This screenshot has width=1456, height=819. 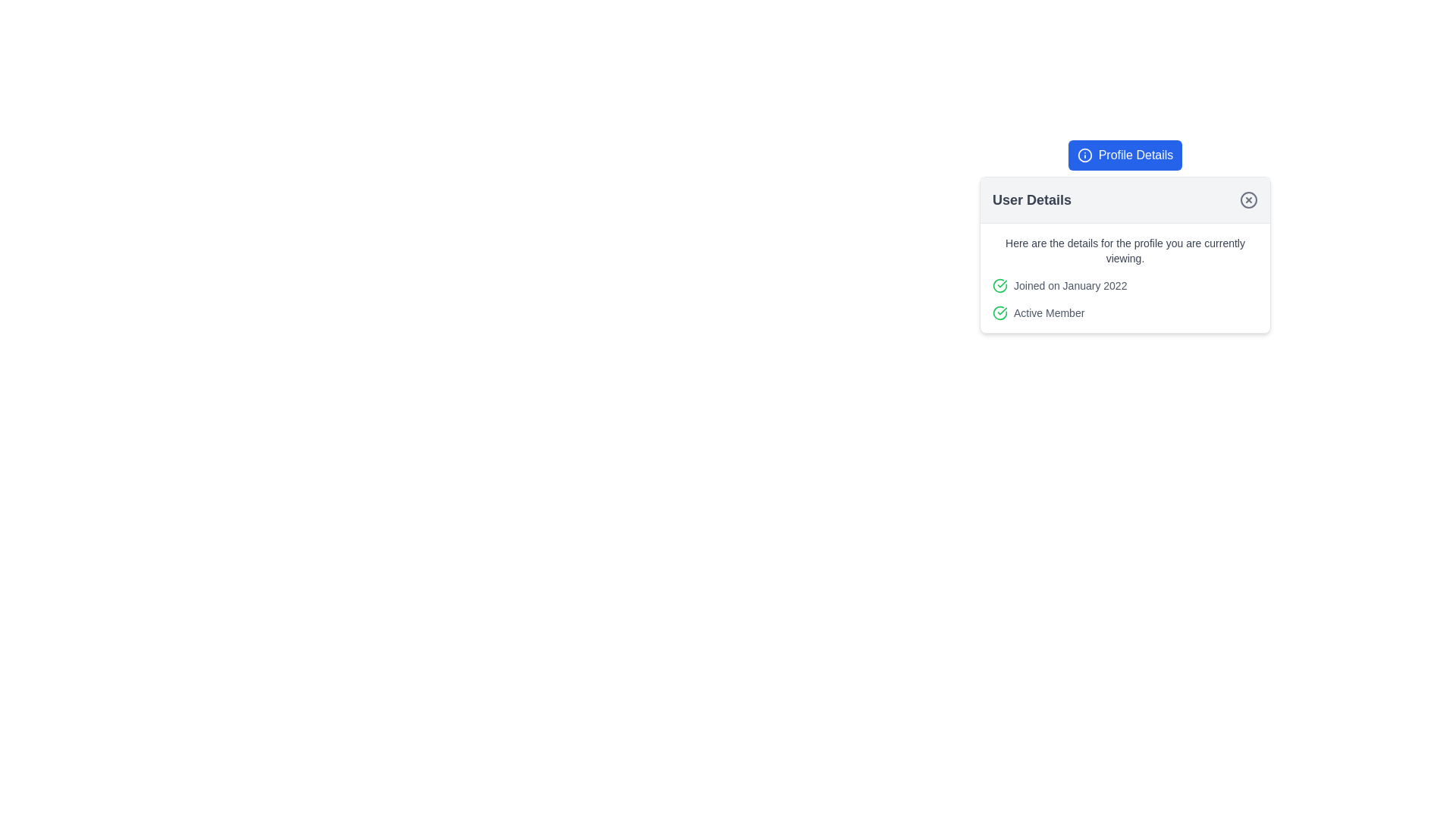 I want to click on the profile information button located above the 'User Details' box, so click(x=1125, y=155).